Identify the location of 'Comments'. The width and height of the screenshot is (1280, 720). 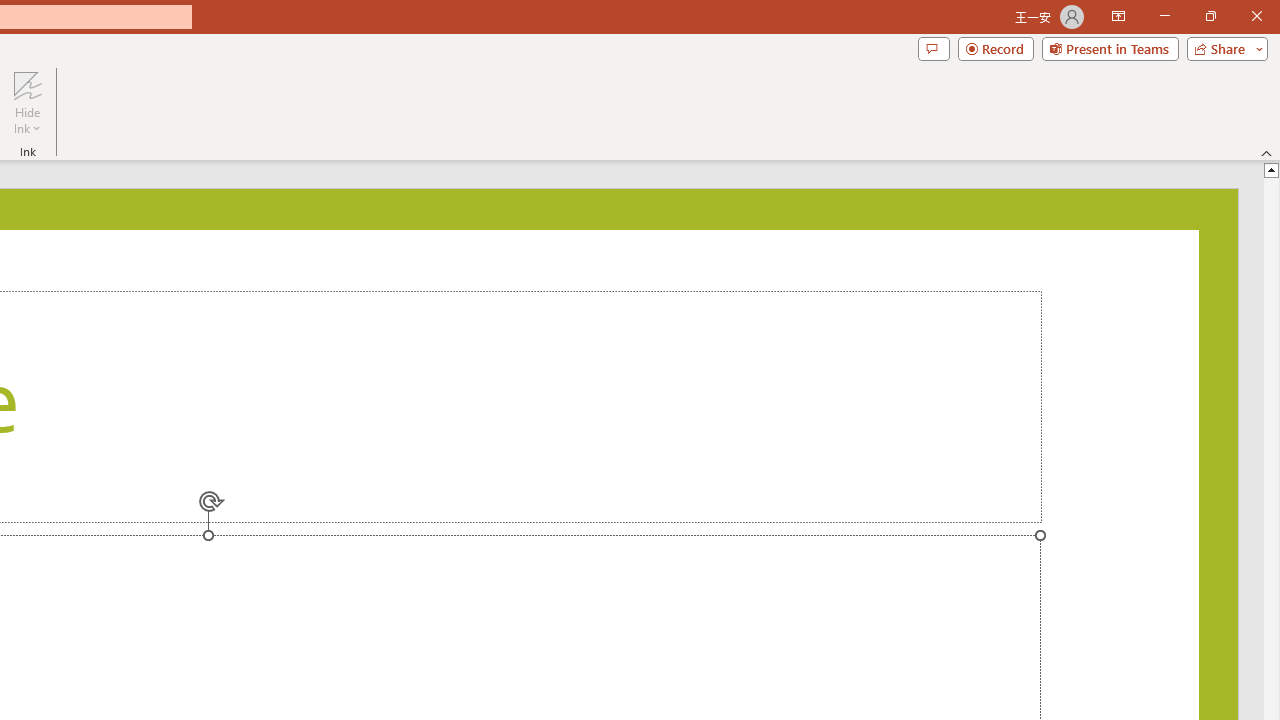
(932, 47).